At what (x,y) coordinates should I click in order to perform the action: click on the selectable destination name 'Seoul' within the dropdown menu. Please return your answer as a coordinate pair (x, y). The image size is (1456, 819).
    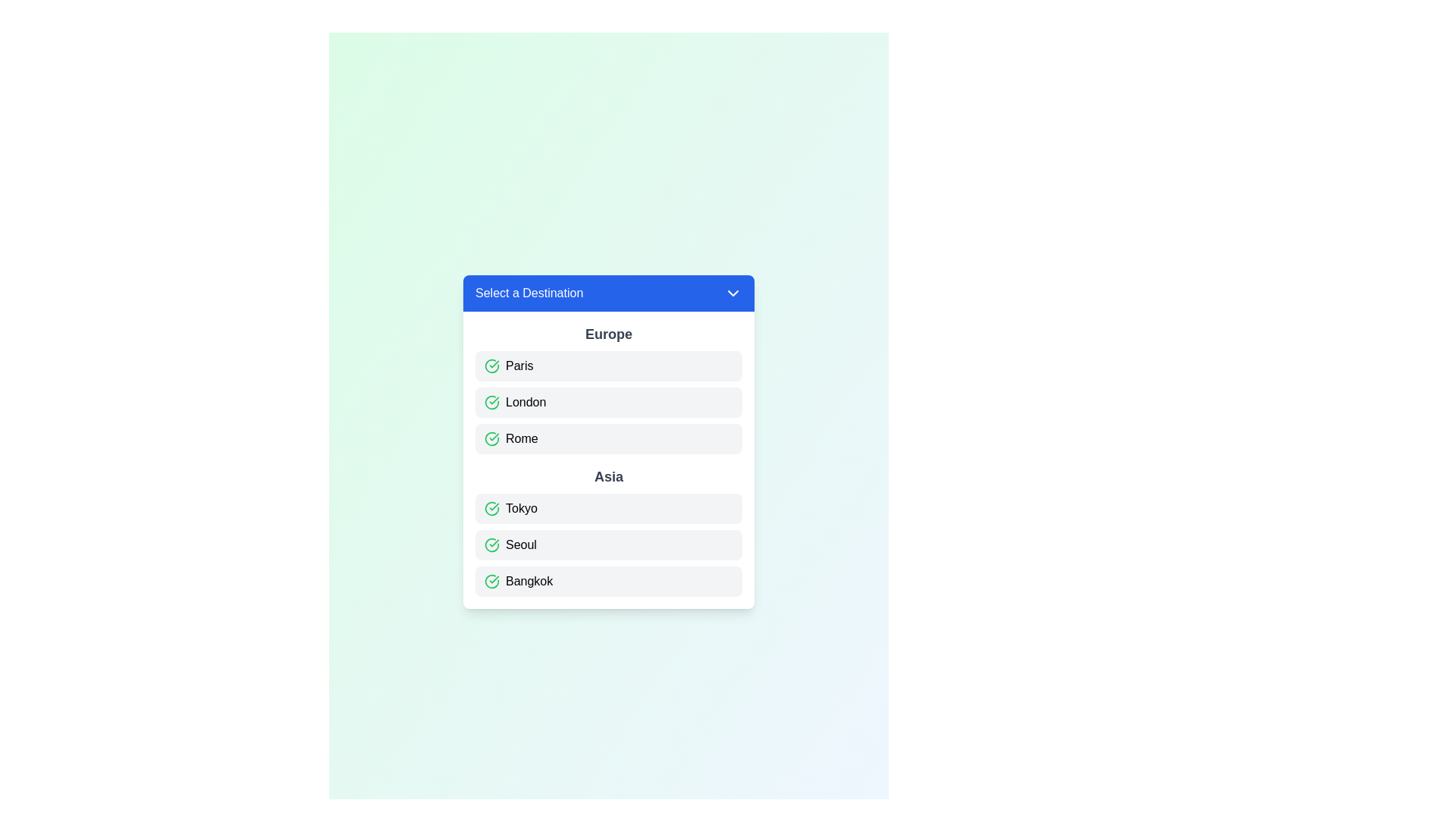
    Looking at the image, I should click on (521, 544).